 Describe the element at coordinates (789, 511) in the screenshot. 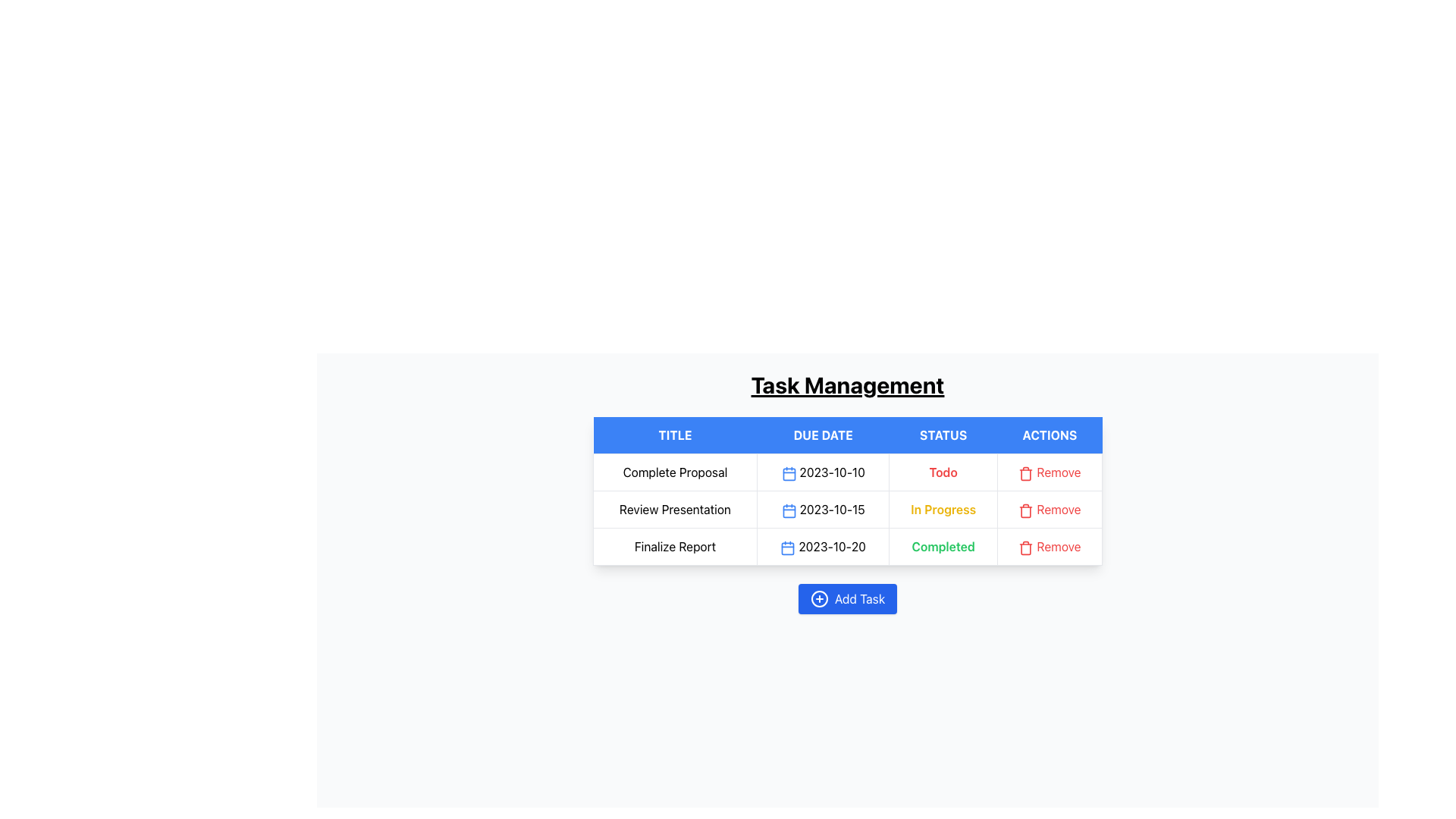

I see `the rounded rectangle minimalistic calendar icon within the 'DUE DATE' column in the second row of the table` at that location.